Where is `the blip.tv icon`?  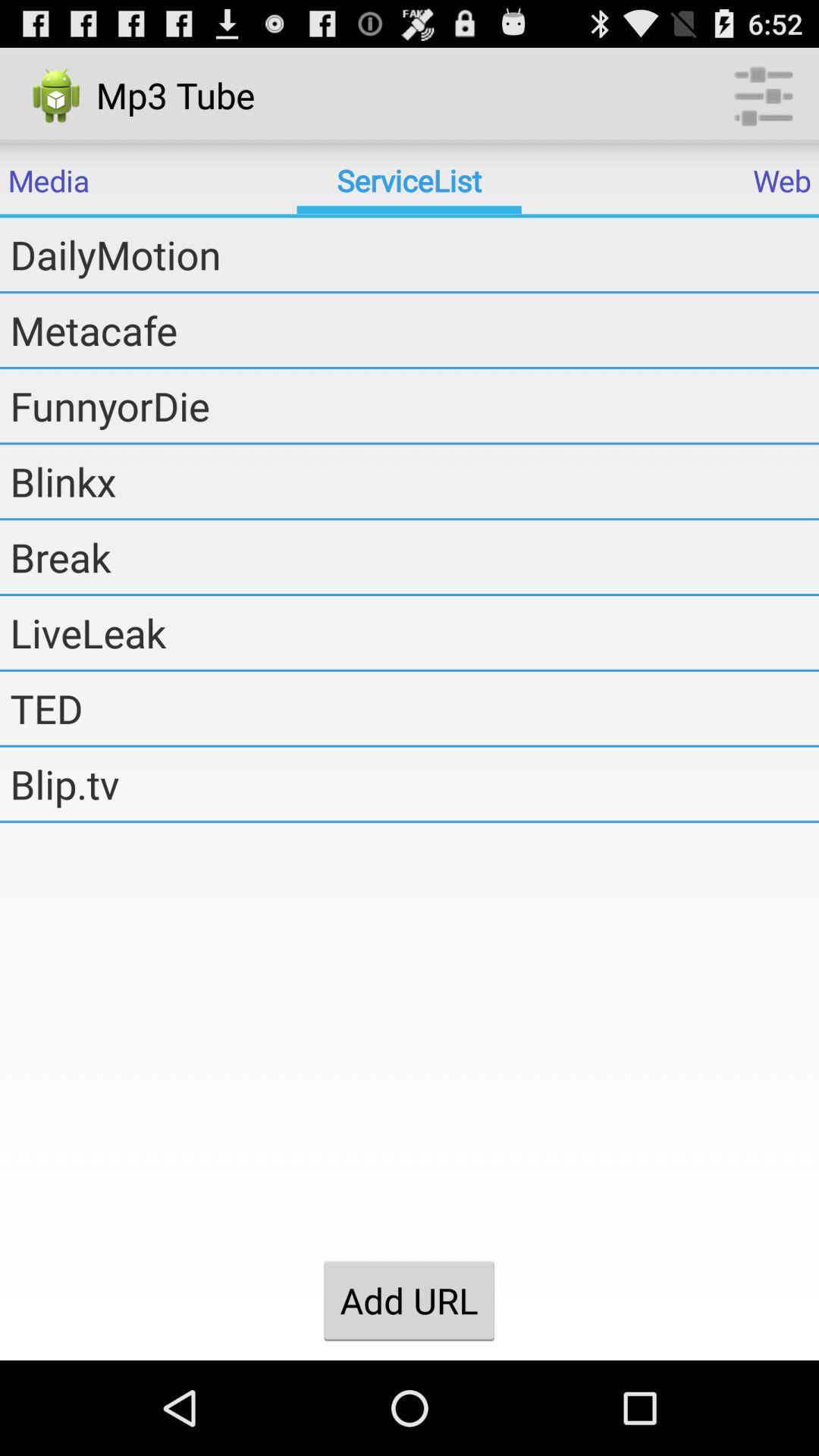
the blip.tv icon is located at coordinates (414, 783).